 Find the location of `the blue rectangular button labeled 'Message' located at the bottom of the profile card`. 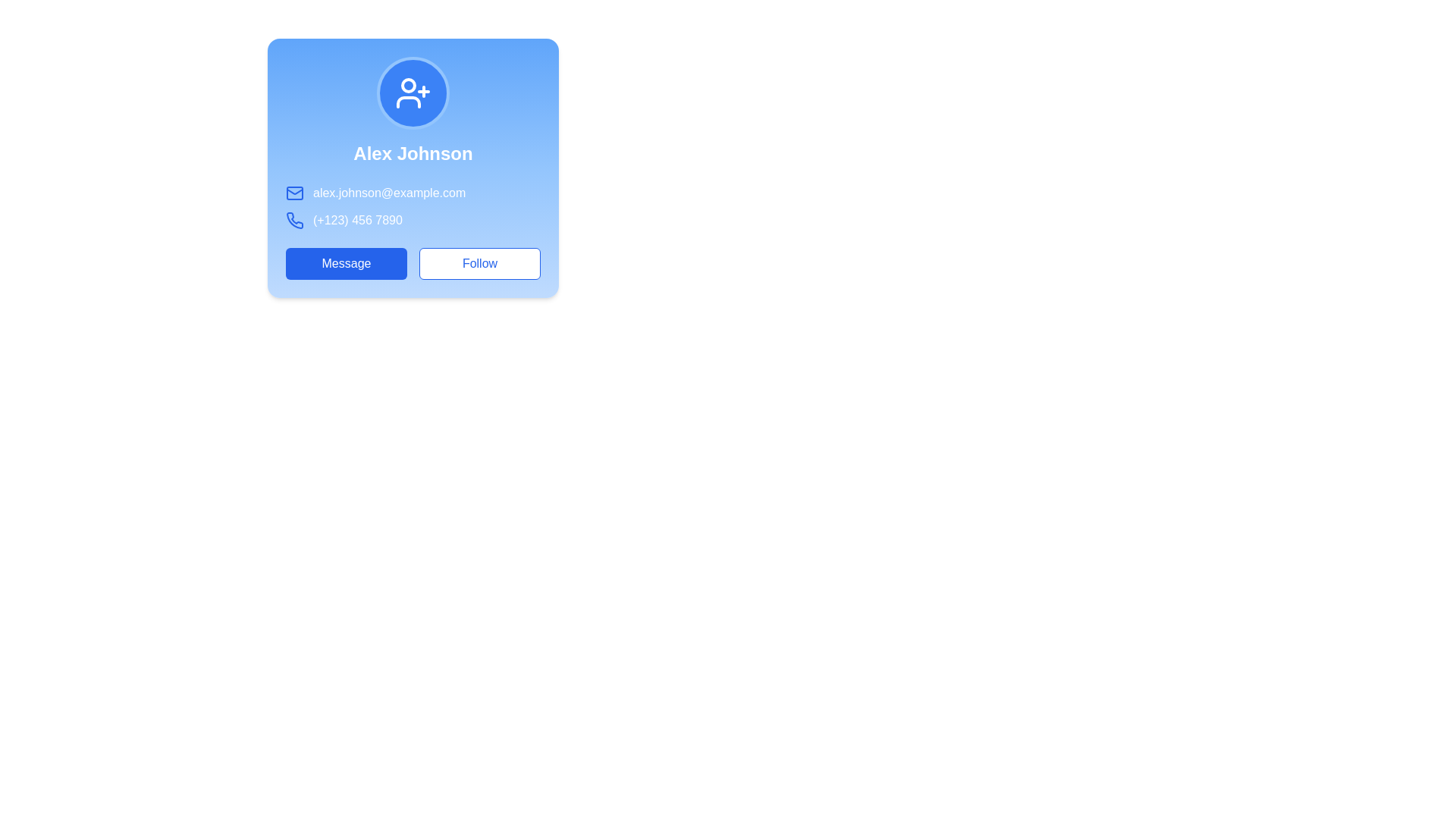

the blue rectangular button labeled 'Message' located at the bottom of the profile card is located at coordinates (345, 262).